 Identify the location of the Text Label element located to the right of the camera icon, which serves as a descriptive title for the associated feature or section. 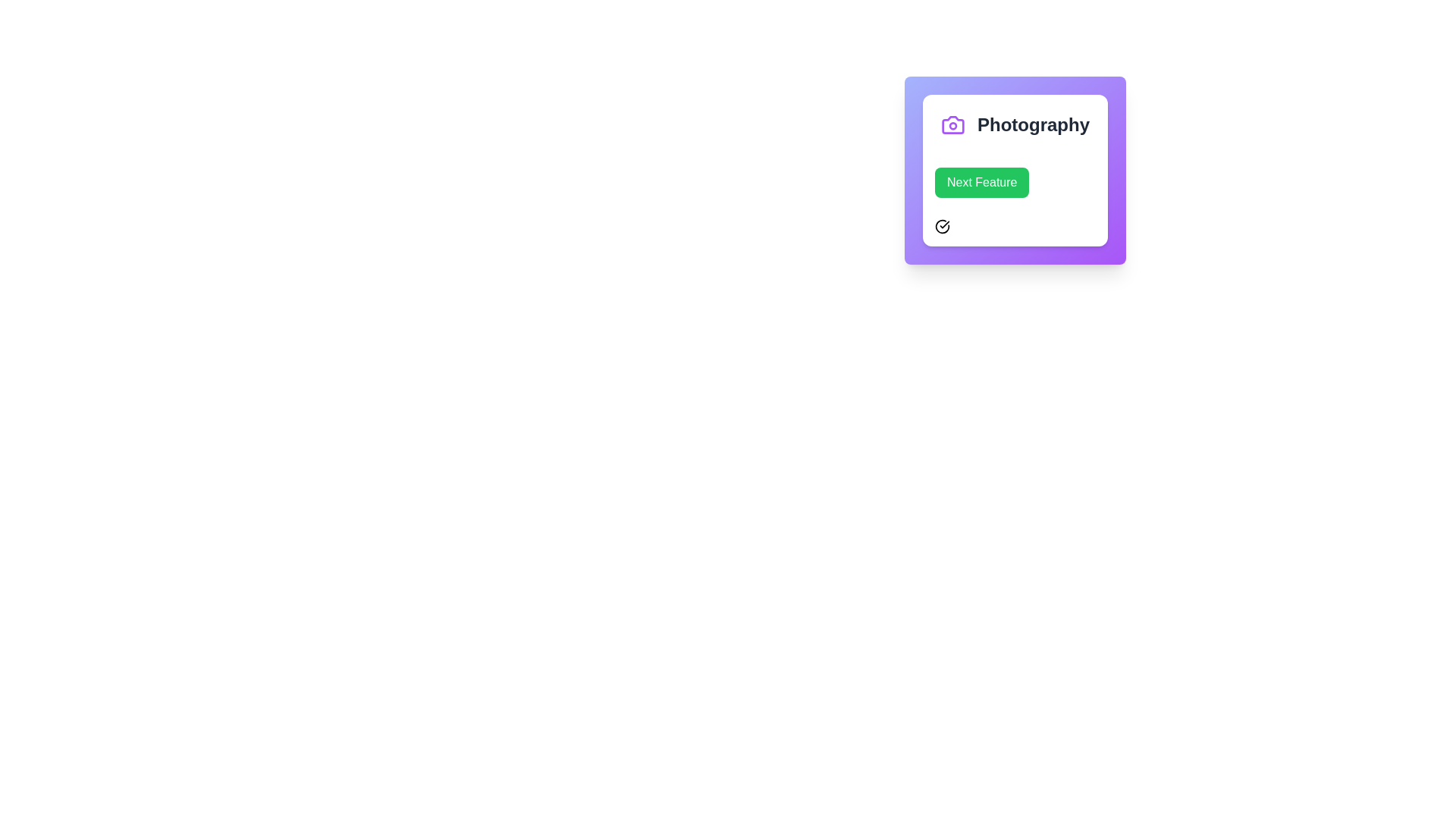
(1033, 124).